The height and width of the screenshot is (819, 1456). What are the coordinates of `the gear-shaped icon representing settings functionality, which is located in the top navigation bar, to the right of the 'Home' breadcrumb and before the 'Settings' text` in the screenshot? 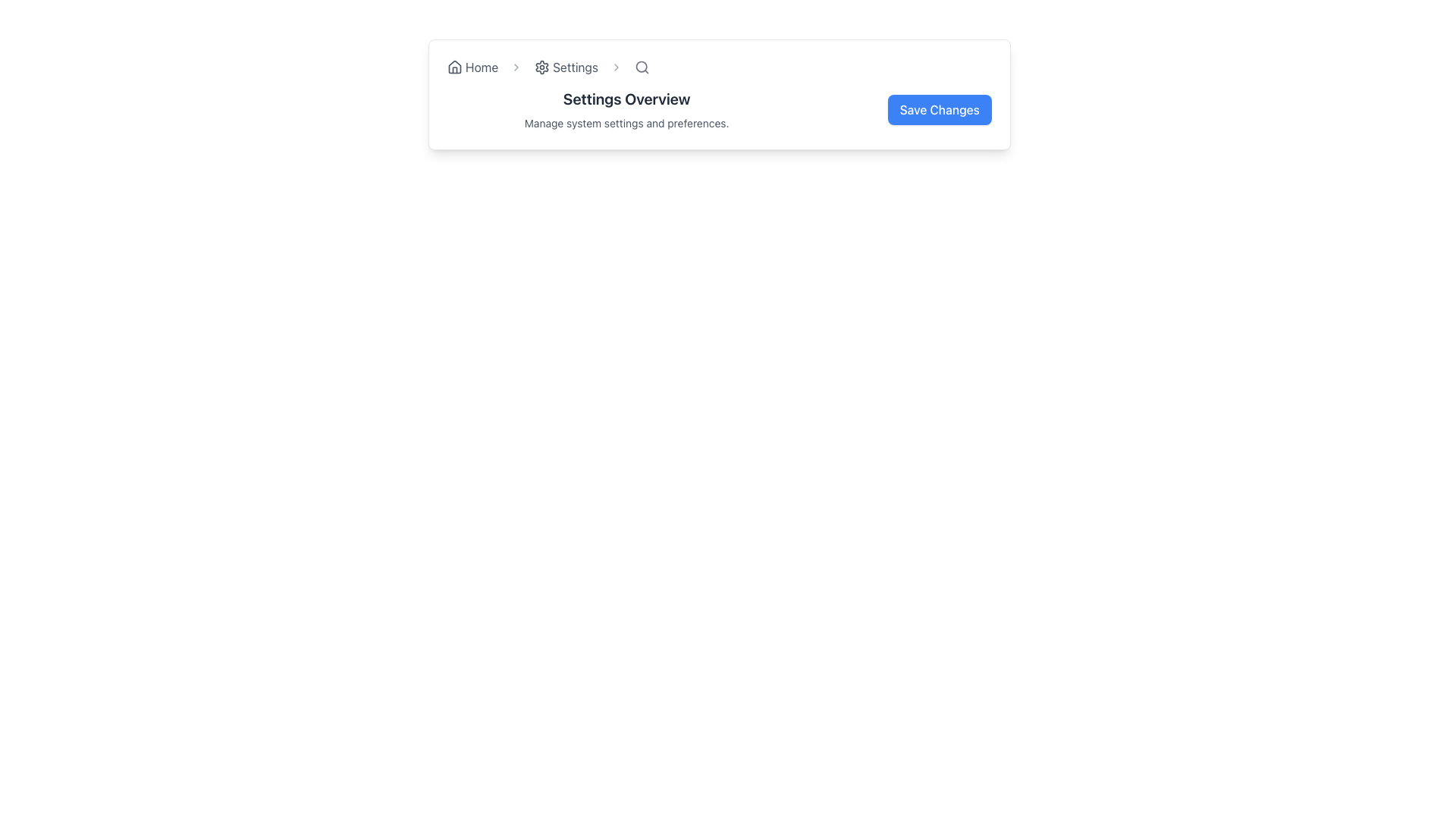 It's located at (542, 66).